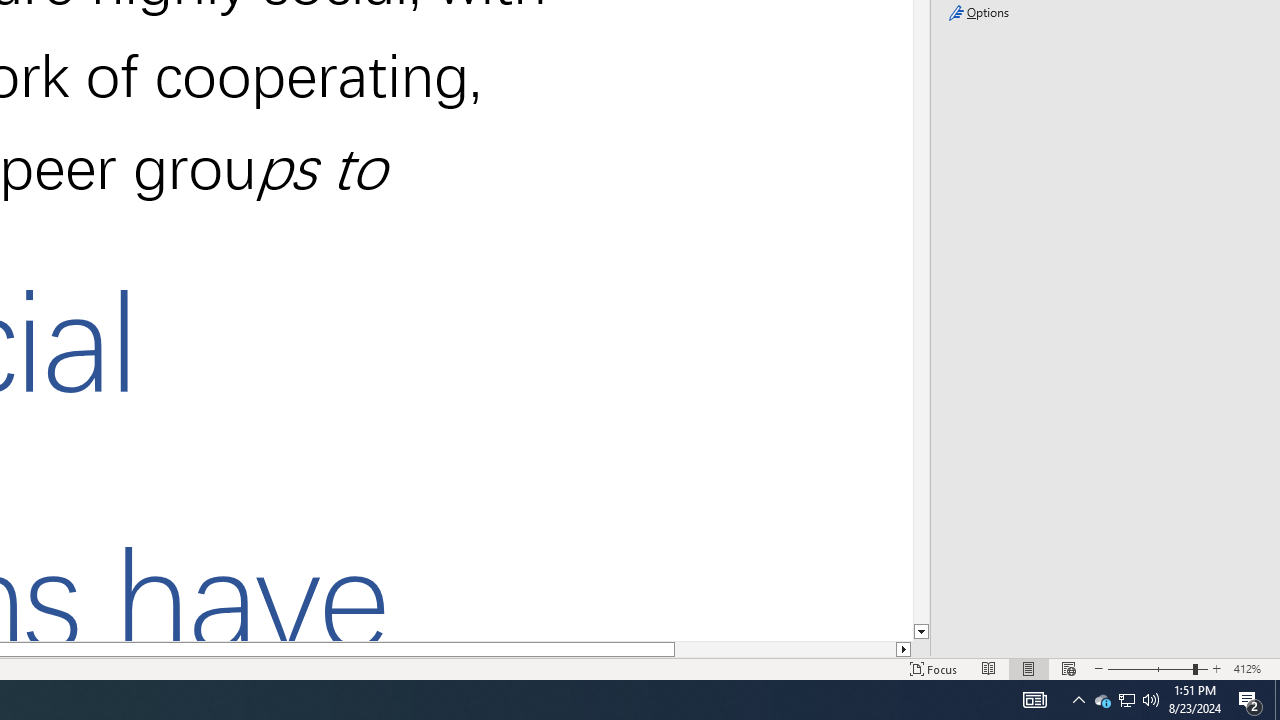 The image size is (1280, 720). Describe the element at coordinates (1029, 669) in the screenshot. I see `'Print Layout'` at that location.